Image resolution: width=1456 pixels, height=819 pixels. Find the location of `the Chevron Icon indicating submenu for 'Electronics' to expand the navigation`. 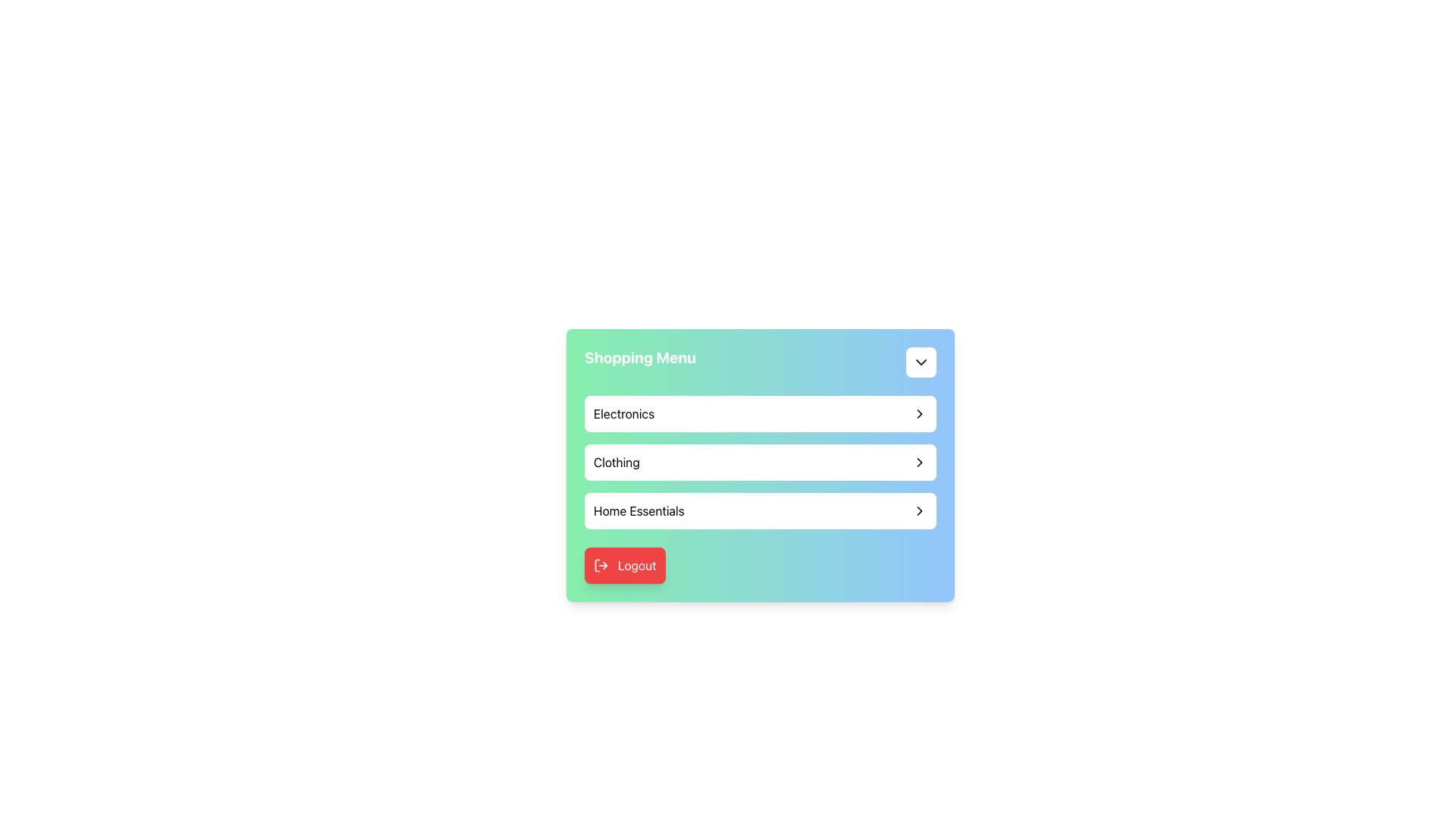

the Chevron Icon indicating submenu for 'Electronics' to expand the navigation is located at coordinates (919, 414).